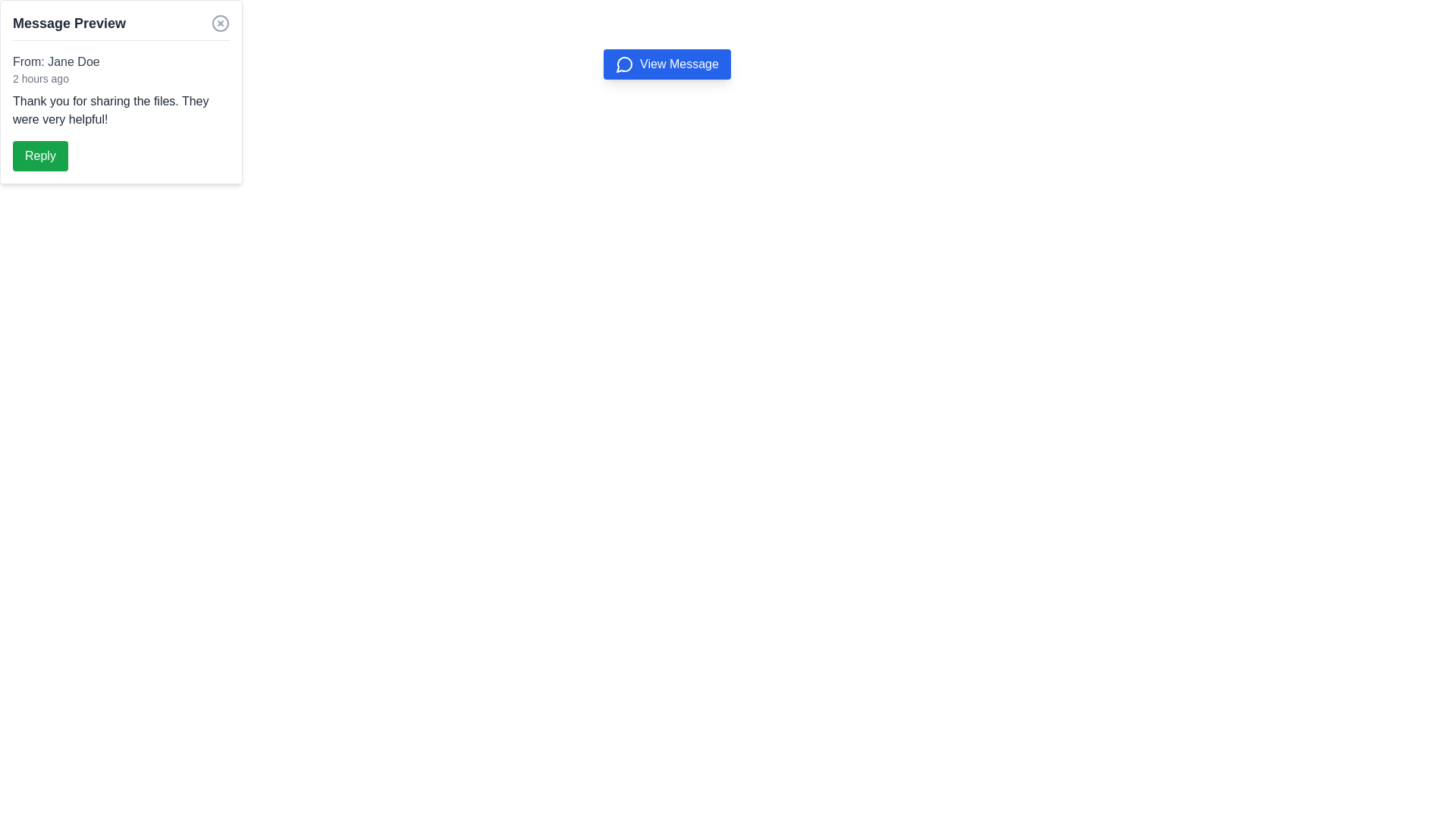 The image size is (1456, 819). What do you see at coordinates (667, 63) in the screenshot?
I see `the button that allows users to view detailed messages, located centrally above its vertical midpoint in the interface, under the 'Message Preview' section` at bounding box center [667, 63].